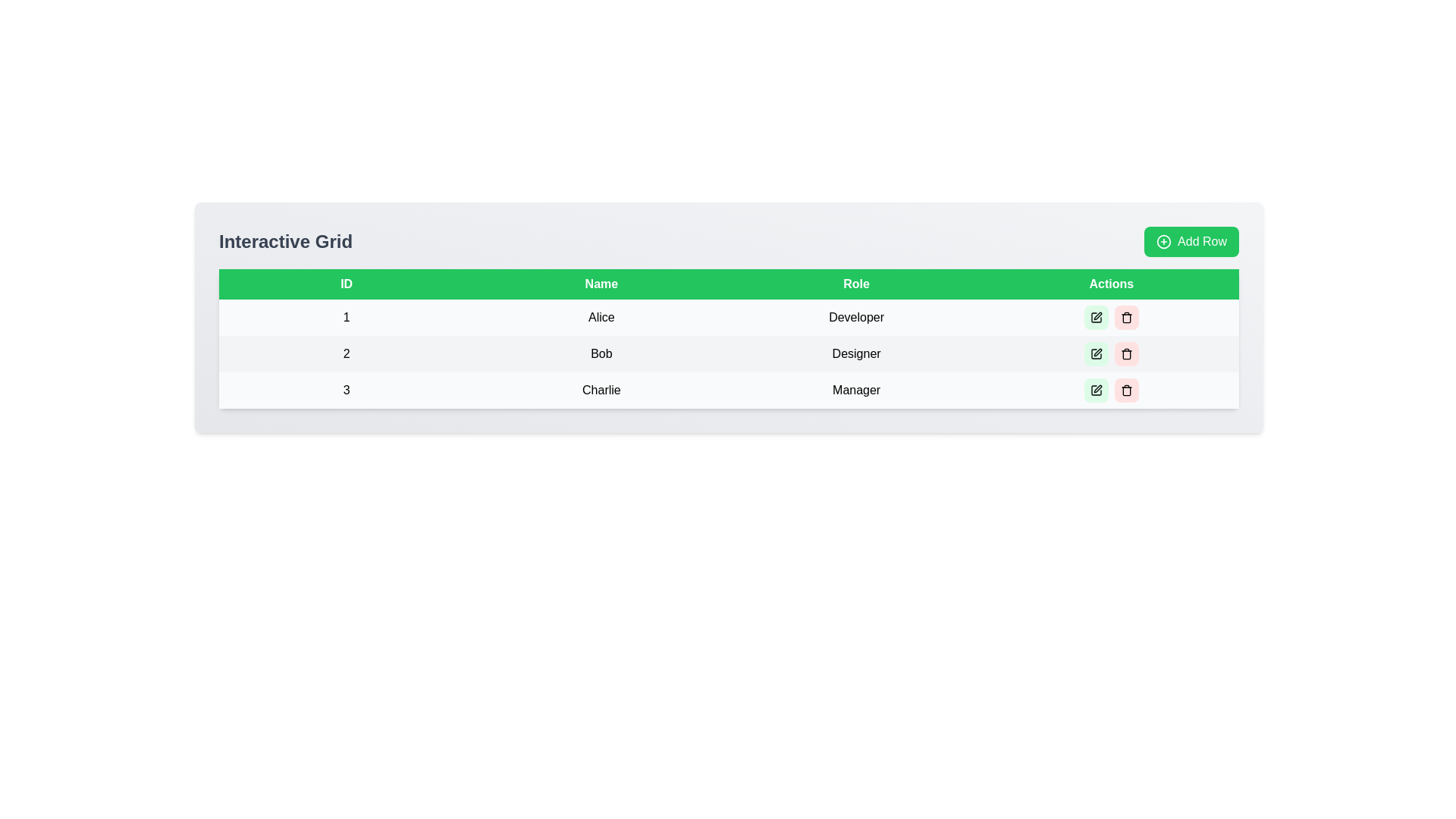 The height and width of the screenshot is (819, 1456). Describe the element at coordinates (1126, 390) in the screenshot. I see `the delete IconButton located in the 'Actions' column of the last row of the table` at that location.